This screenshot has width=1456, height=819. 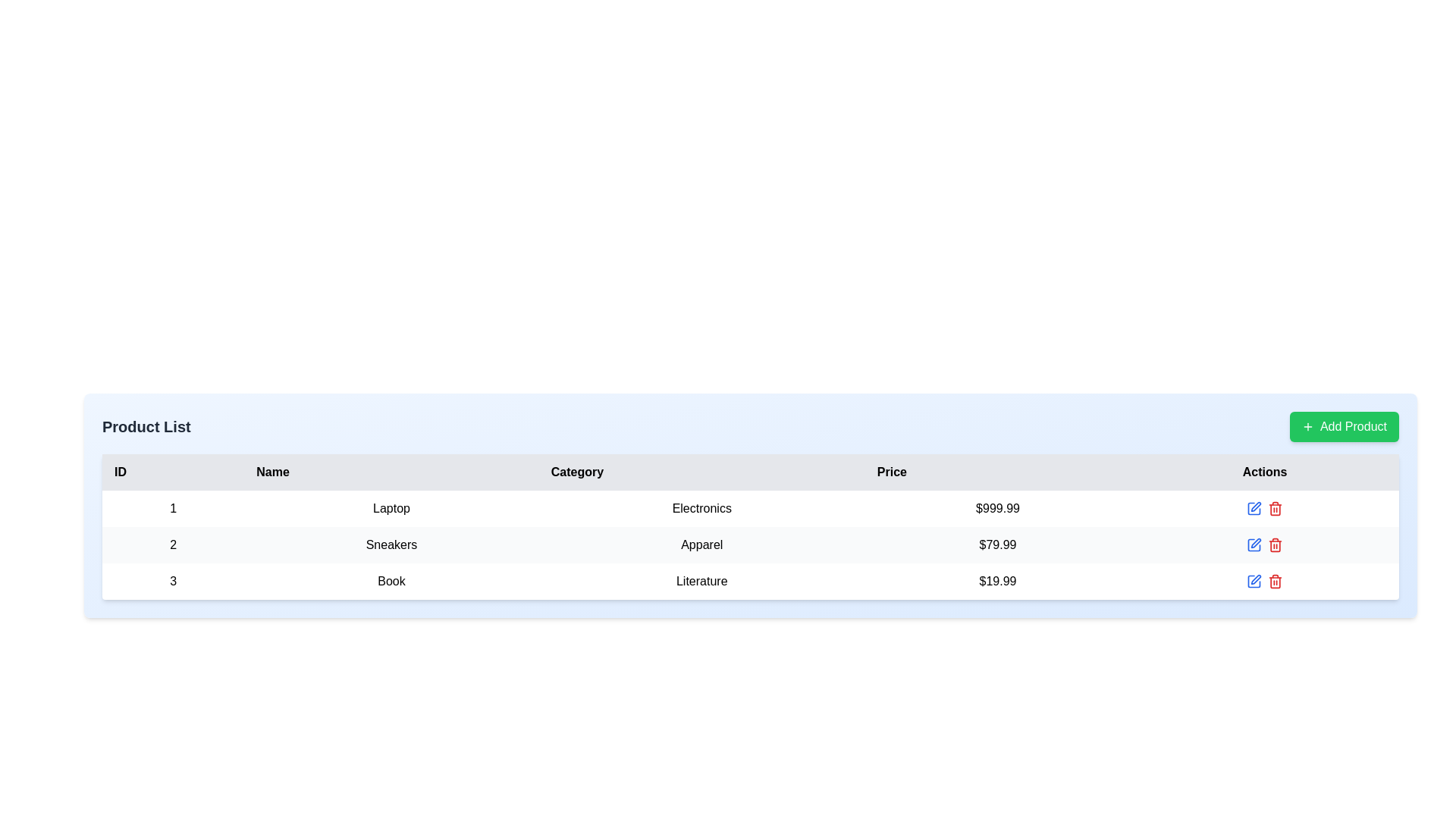 I want to click on the blue square-shaped pencil icon in the 'Actions' column of the last row of the product table, so click(x=1254, y=581).